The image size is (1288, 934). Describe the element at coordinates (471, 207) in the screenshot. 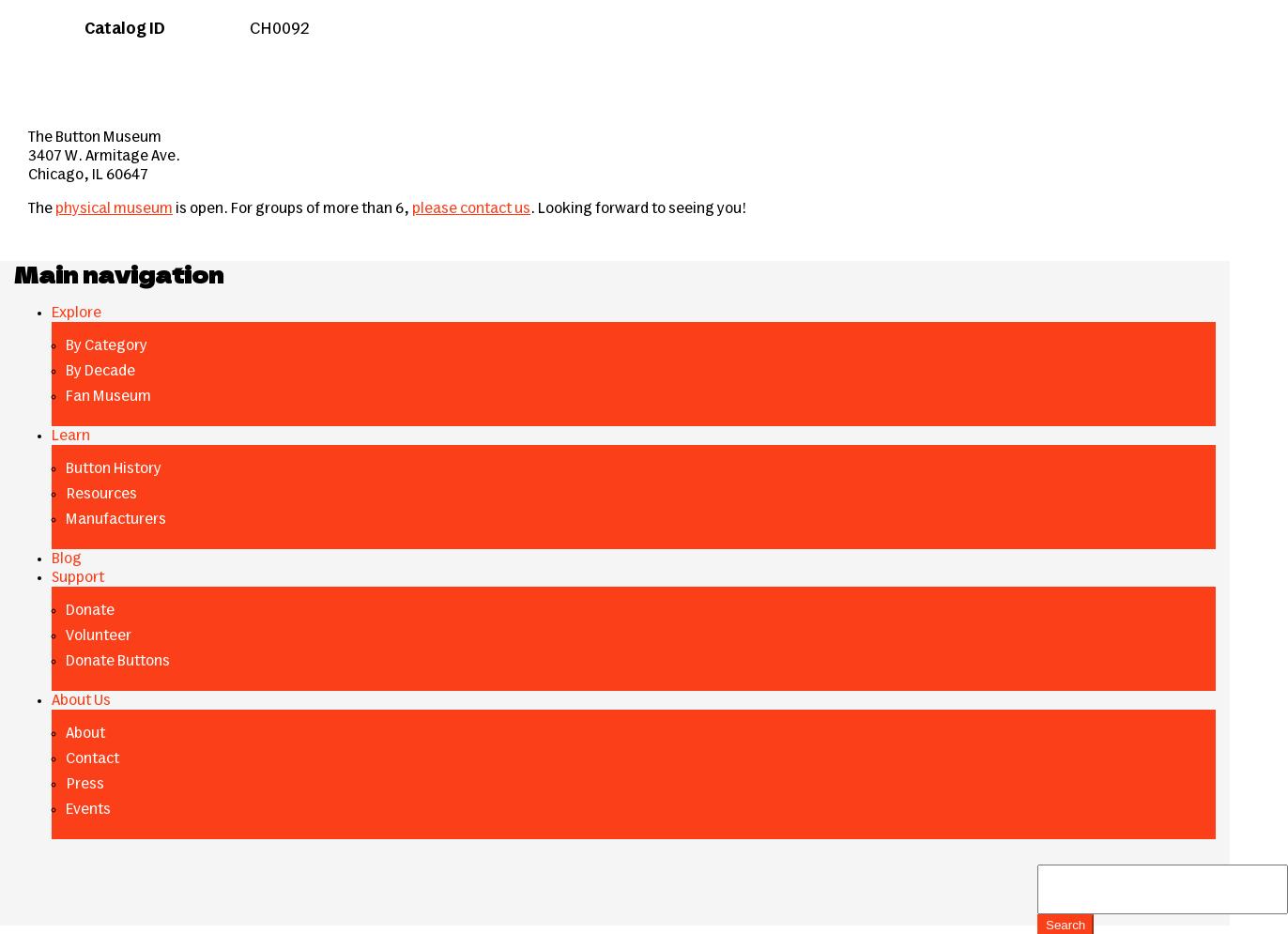

I see `'please contact us'` at that location.